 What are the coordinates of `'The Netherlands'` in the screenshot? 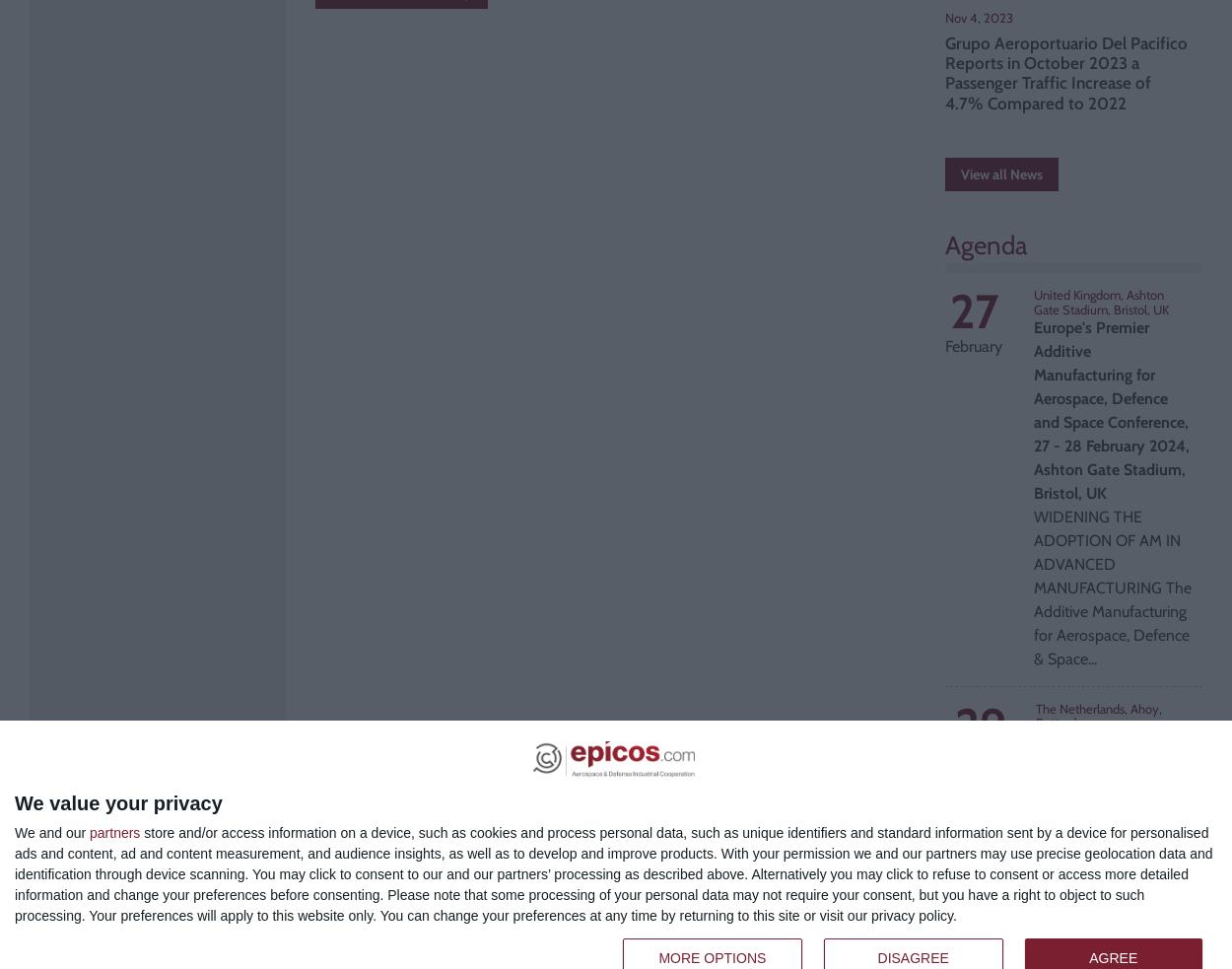 It's located at (1036, 706).